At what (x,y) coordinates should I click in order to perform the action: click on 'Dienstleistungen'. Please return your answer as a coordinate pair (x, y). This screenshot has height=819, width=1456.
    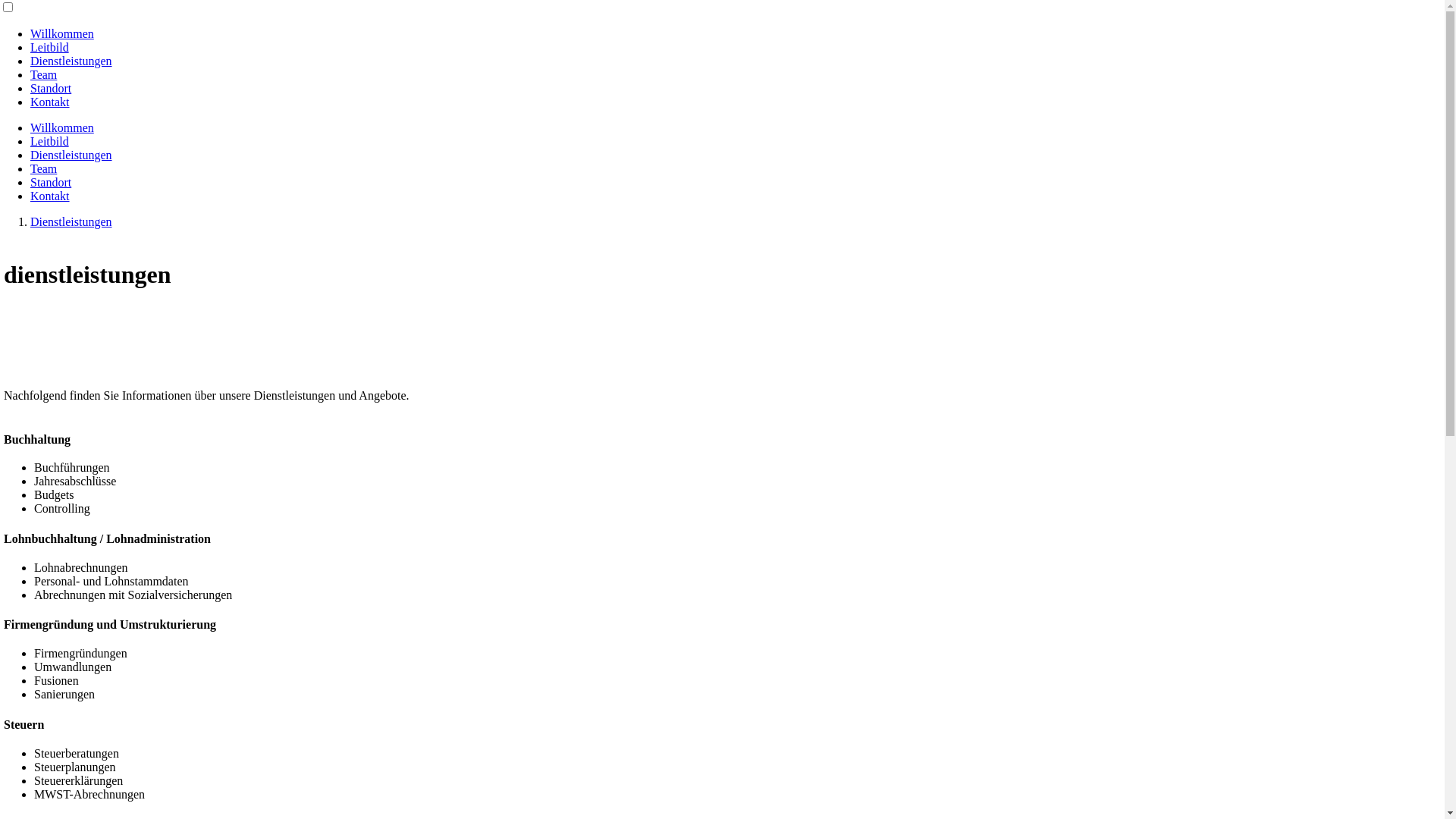
    Looking at the image, I should click on (71, 155).